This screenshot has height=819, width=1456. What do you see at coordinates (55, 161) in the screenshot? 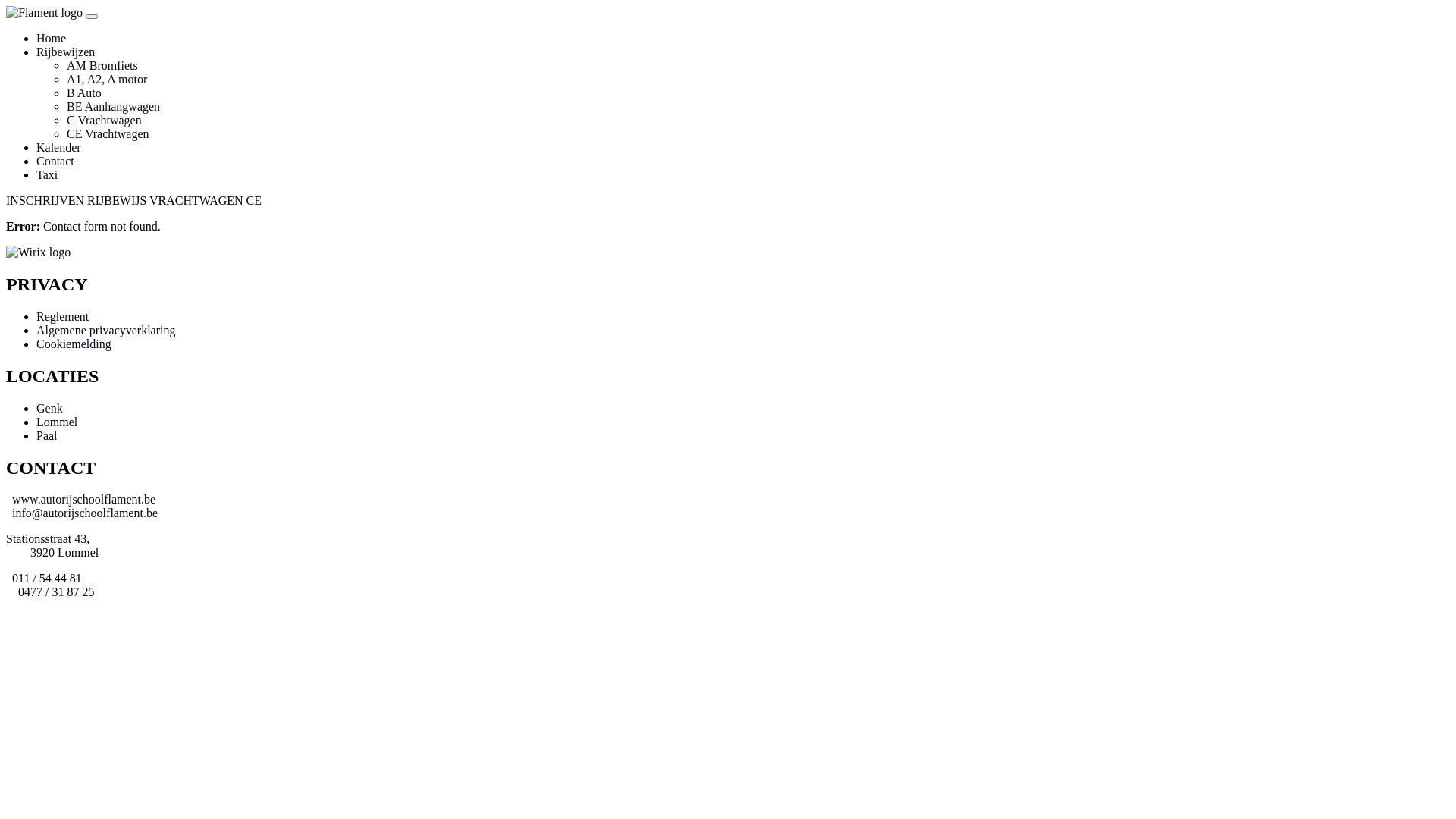
I see `'Contact'` at bounding box center [55, 161].